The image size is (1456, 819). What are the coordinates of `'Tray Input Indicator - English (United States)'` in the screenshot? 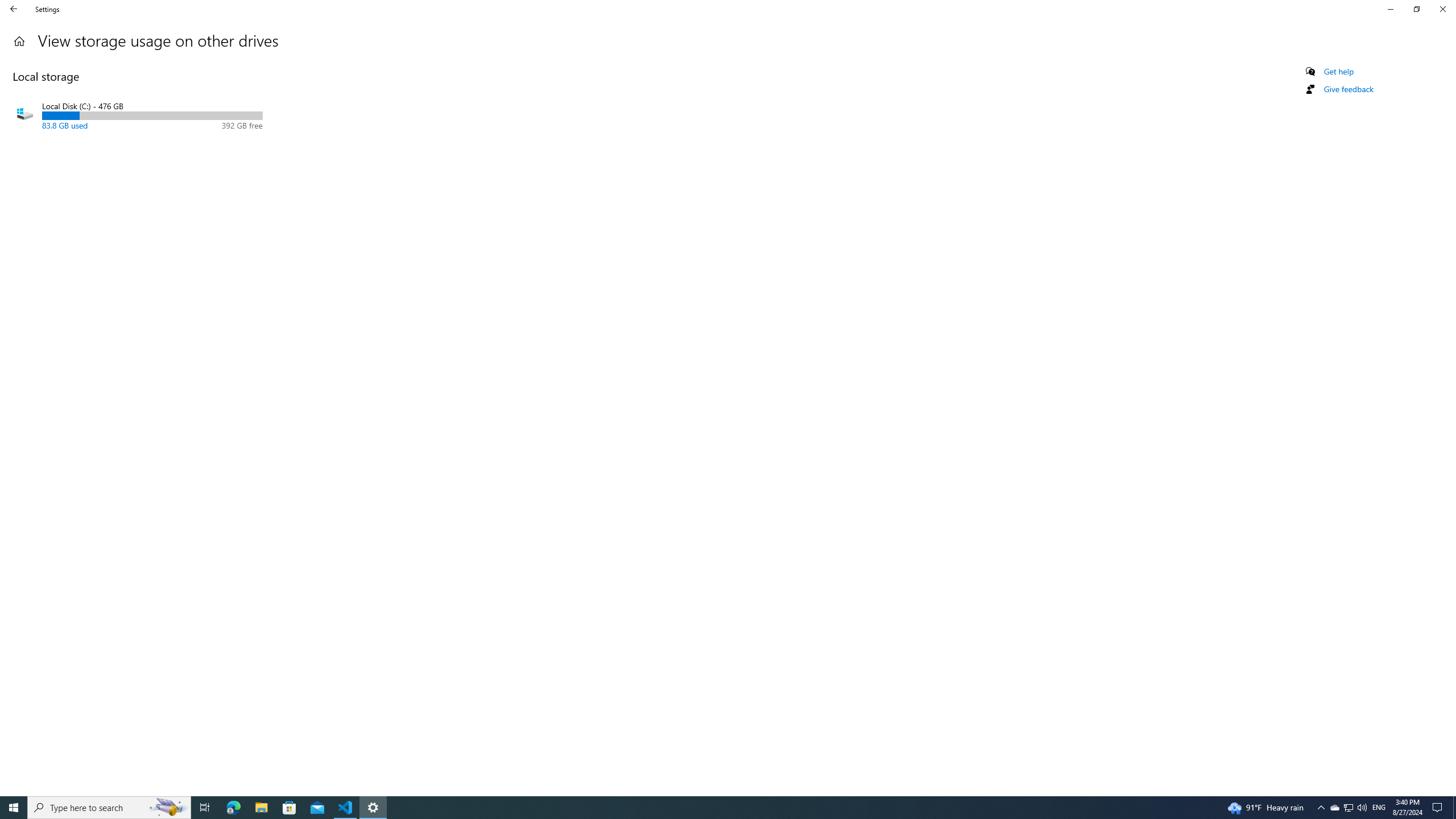 It's located at (1379, 806).